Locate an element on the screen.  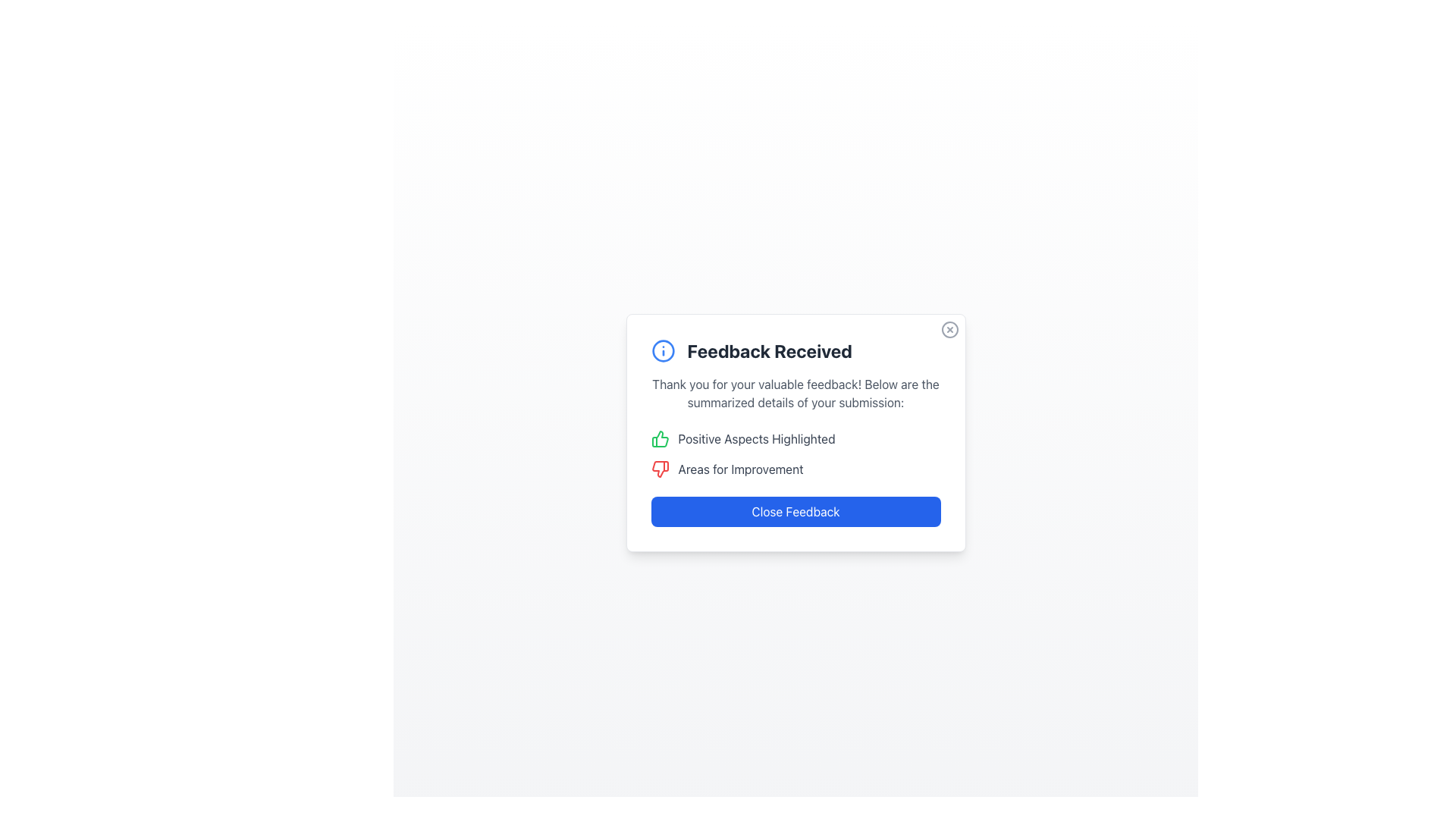
the 'Areas for Improvement' text label with a red thumbs-down icon, which is positioned below 'Positive Aspects Highlighted' and above the 'Close Feedback' button is located at coordinates (795, 468).